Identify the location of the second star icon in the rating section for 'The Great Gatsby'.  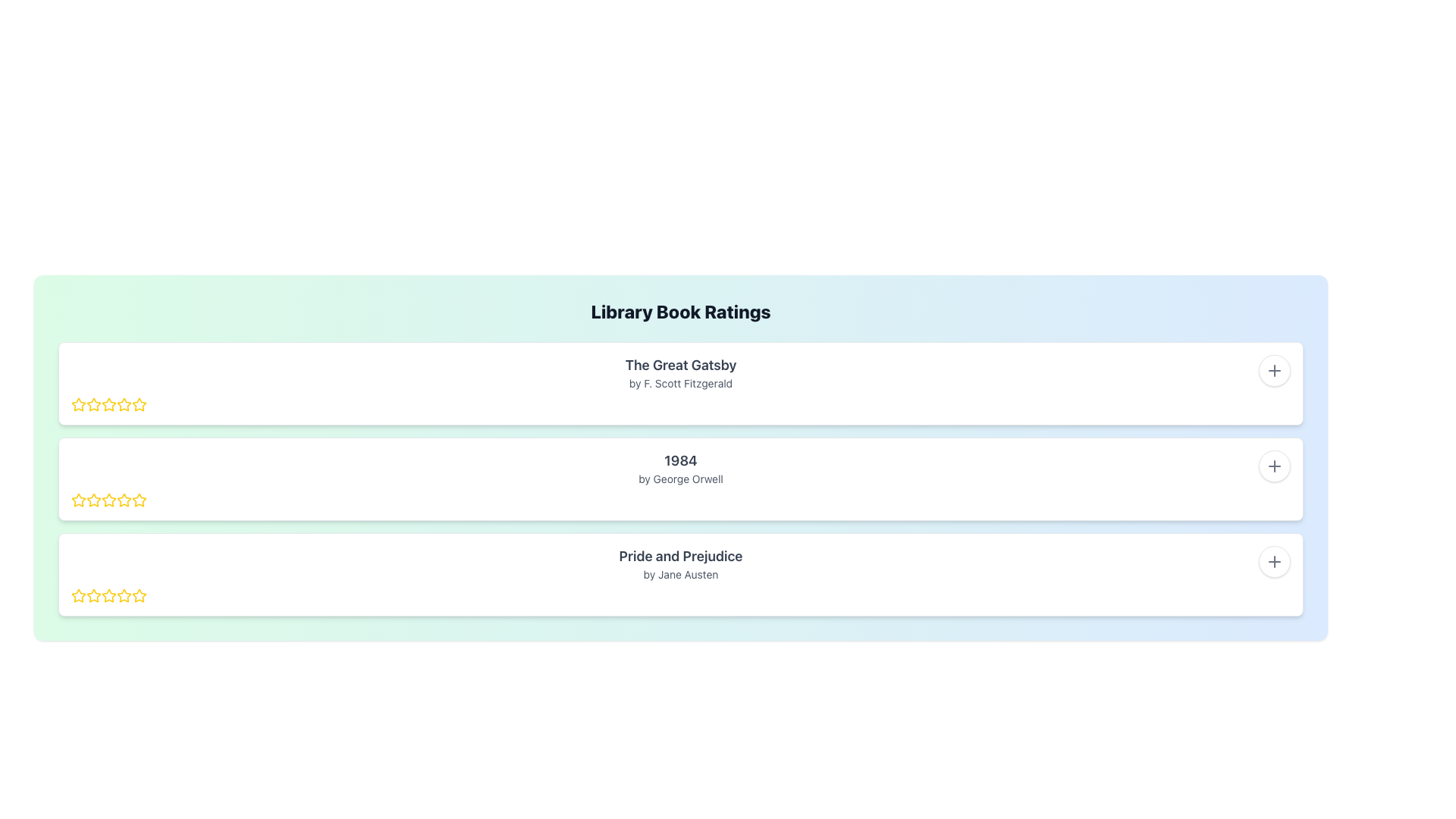
(108, 403).